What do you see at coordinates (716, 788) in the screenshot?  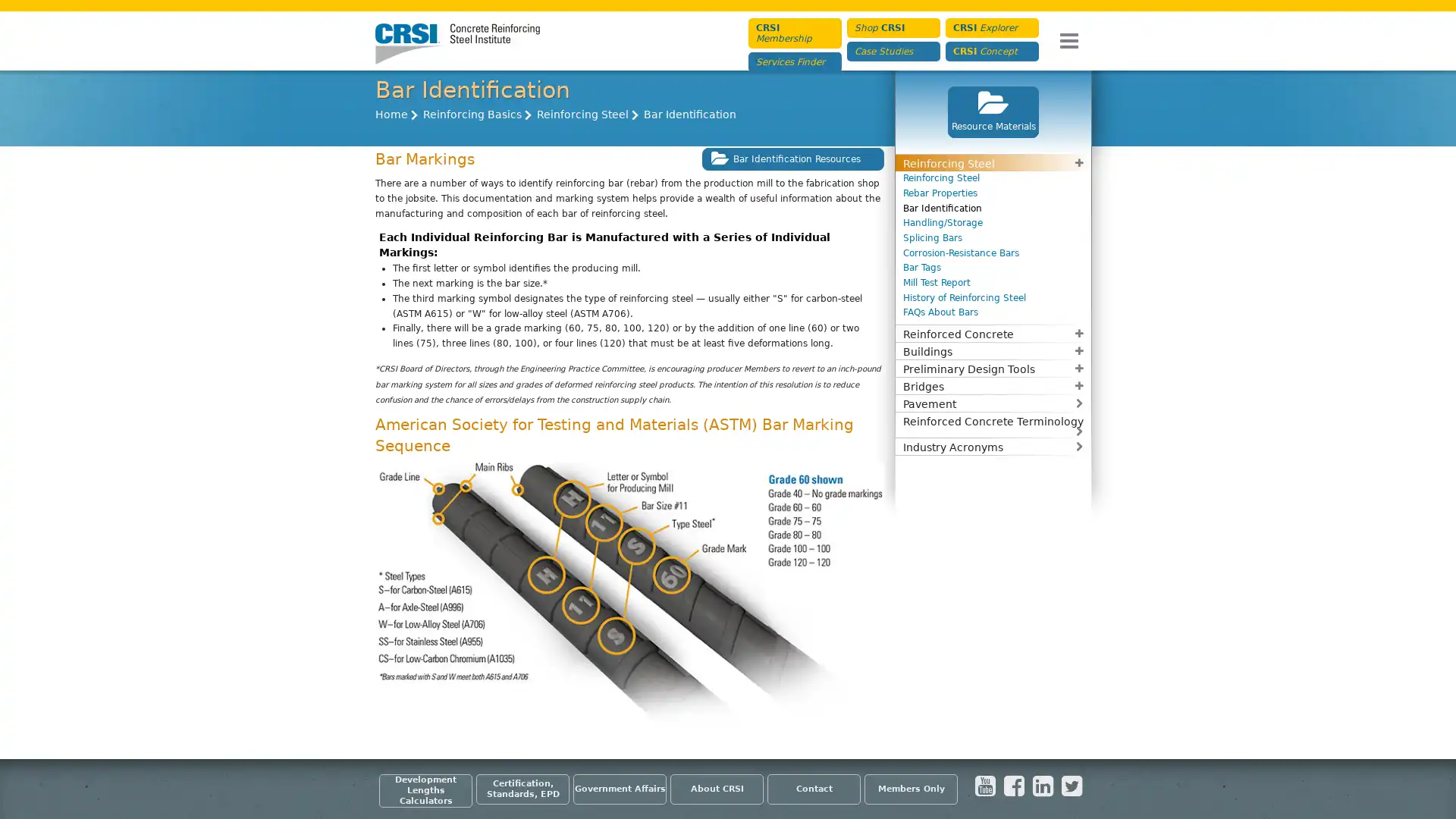 I see `About CRSI` at bounding box center [716, 788].